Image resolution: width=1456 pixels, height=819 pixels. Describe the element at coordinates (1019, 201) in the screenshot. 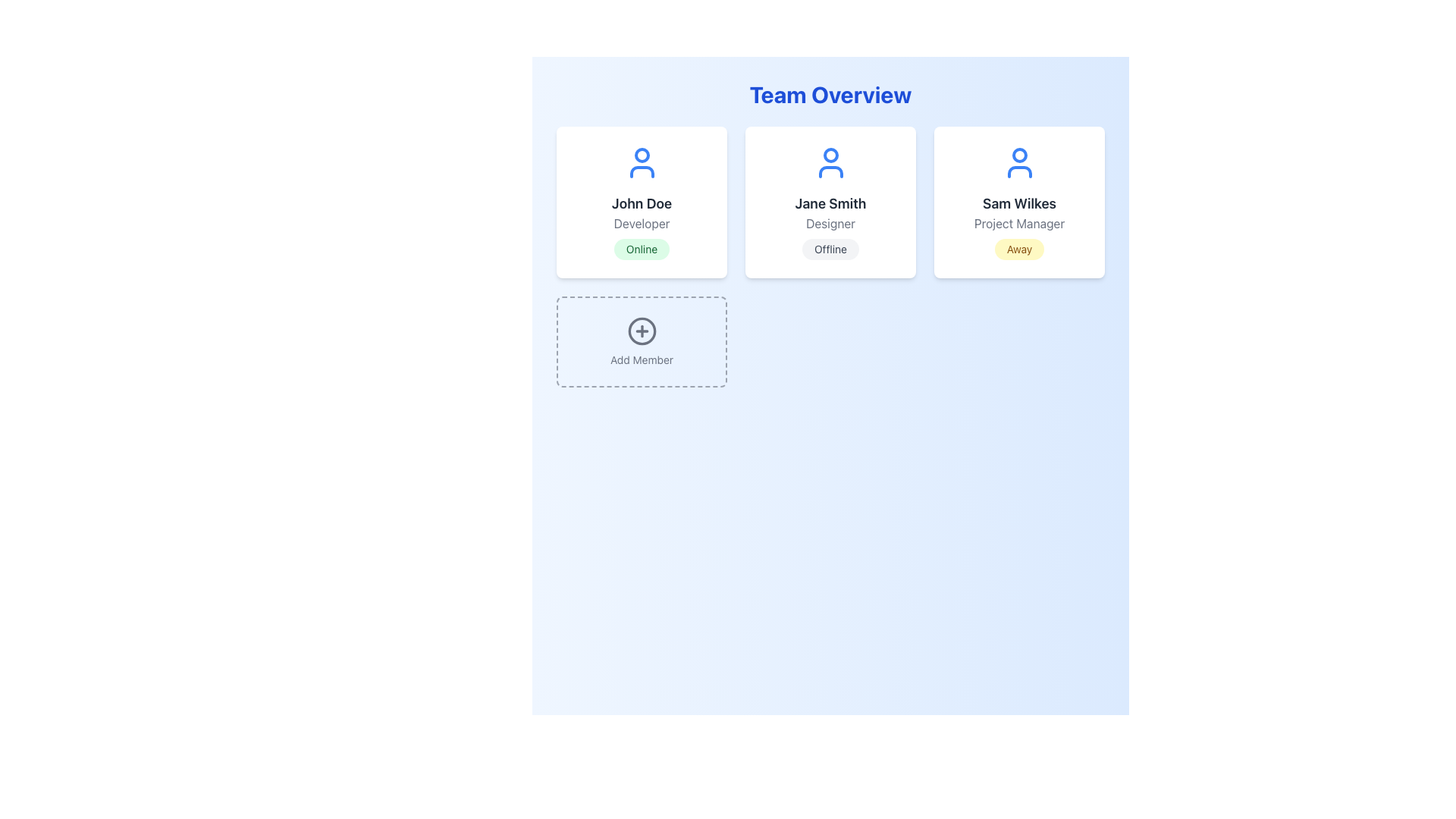

I see `the user card displaying the name 'Sam Wilkes', role 'Project Manager', and status 'Away' styled in yellow` at that location.